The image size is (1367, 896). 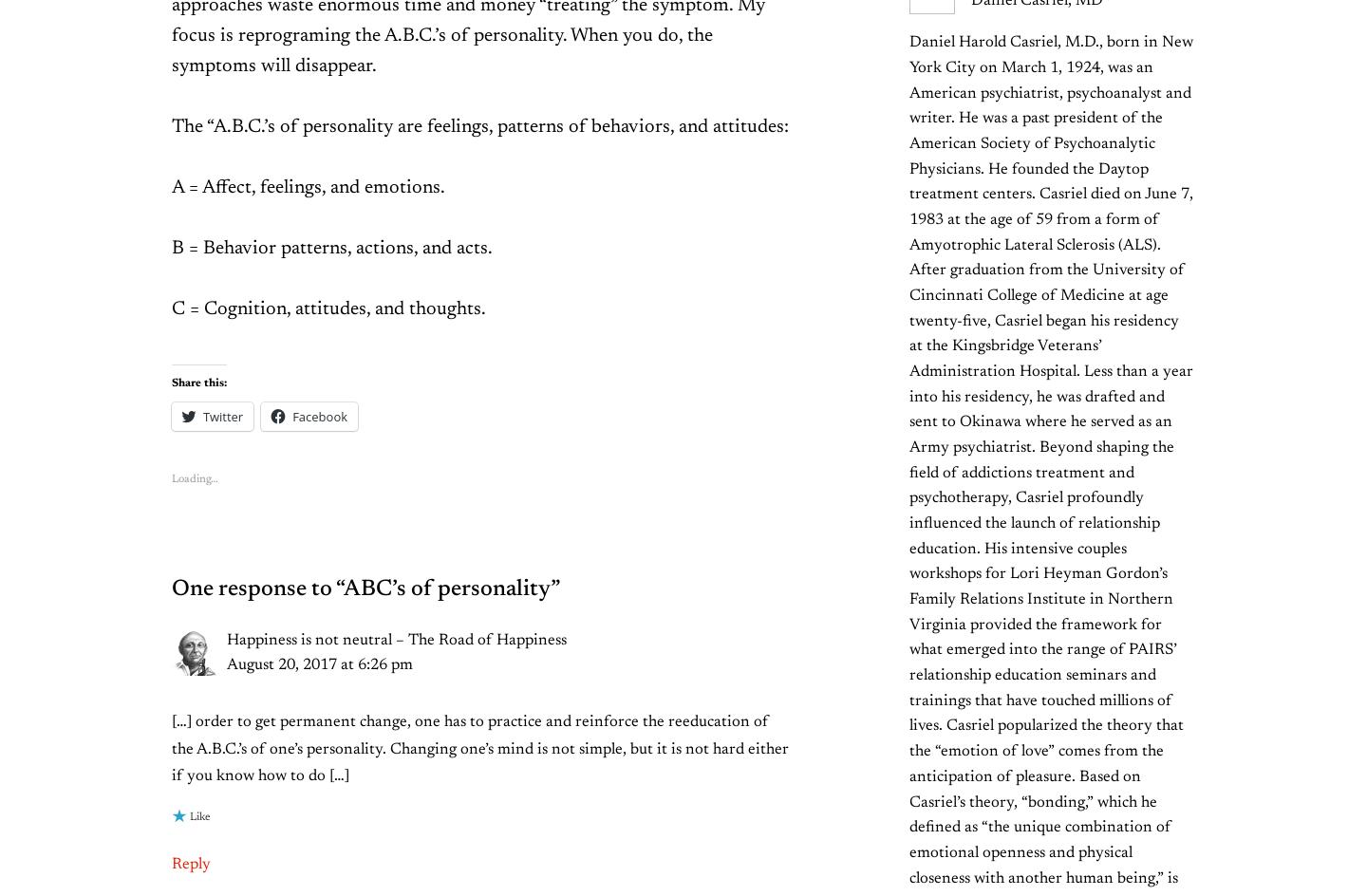 What do you see at coordinates (332, 248) in the screenshot?
I see `'B = Behavior patterns, actions, and acts.'` at bounding box center [332, 248].